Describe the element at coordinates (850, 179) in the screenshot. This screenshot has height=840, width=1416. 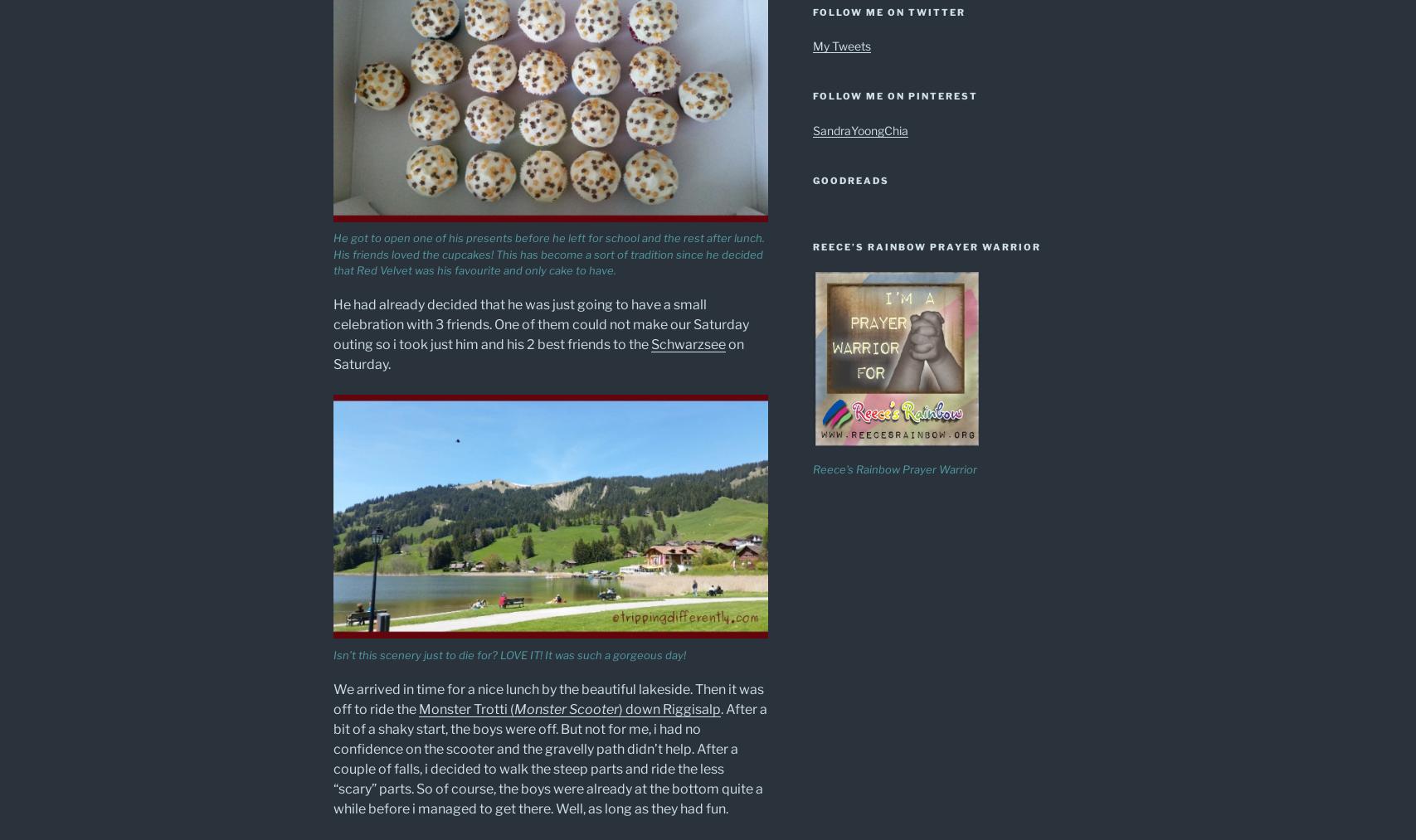
I see `'Goodreads'` at that location.